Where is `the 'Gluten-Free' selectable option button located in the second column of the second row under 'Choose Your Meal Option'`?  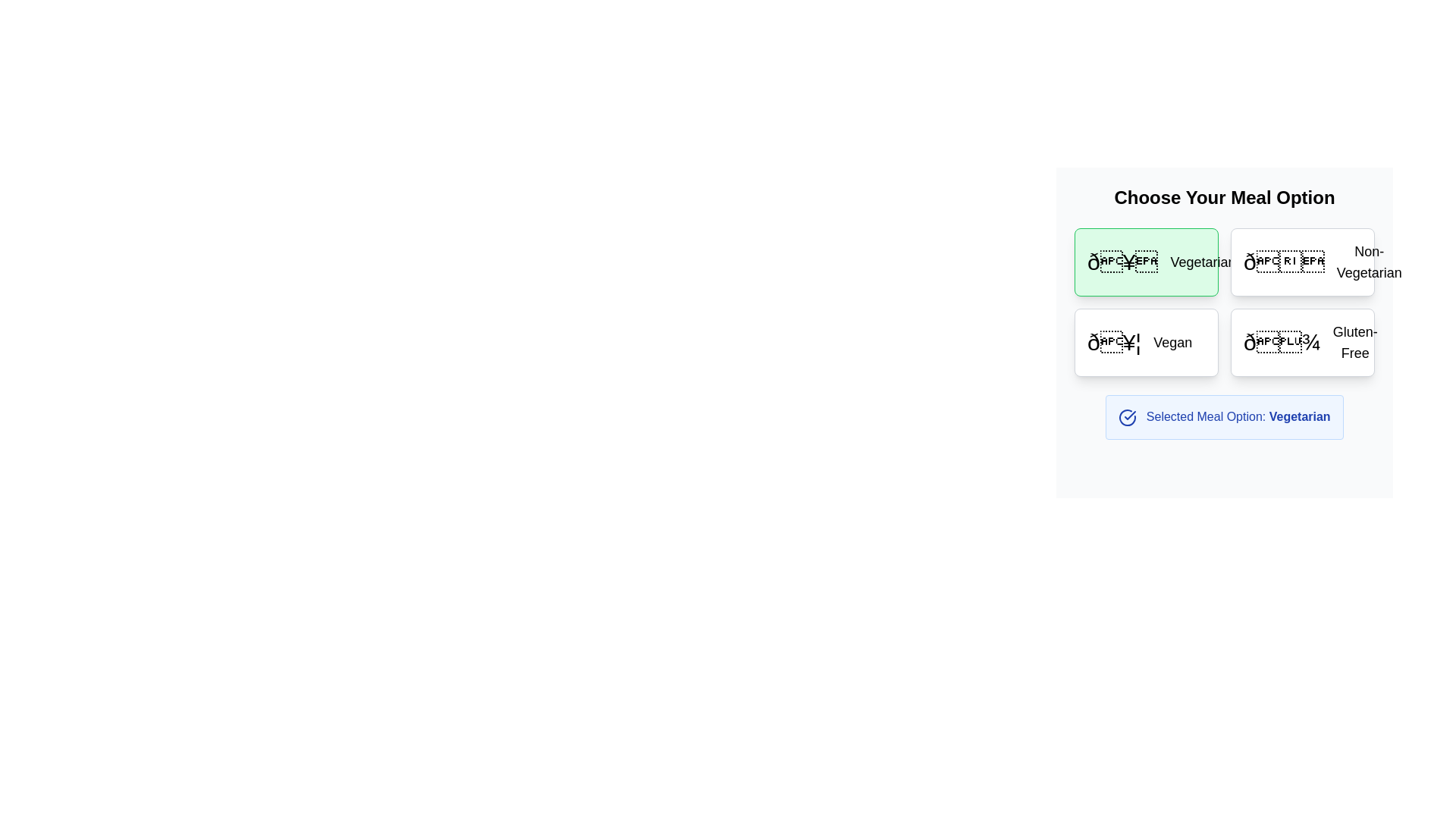 the 'Gluten-Free' selectable option button located in the second column of the second row under 'Choose Your Meal Option' is located at coordinates (1302, 342).